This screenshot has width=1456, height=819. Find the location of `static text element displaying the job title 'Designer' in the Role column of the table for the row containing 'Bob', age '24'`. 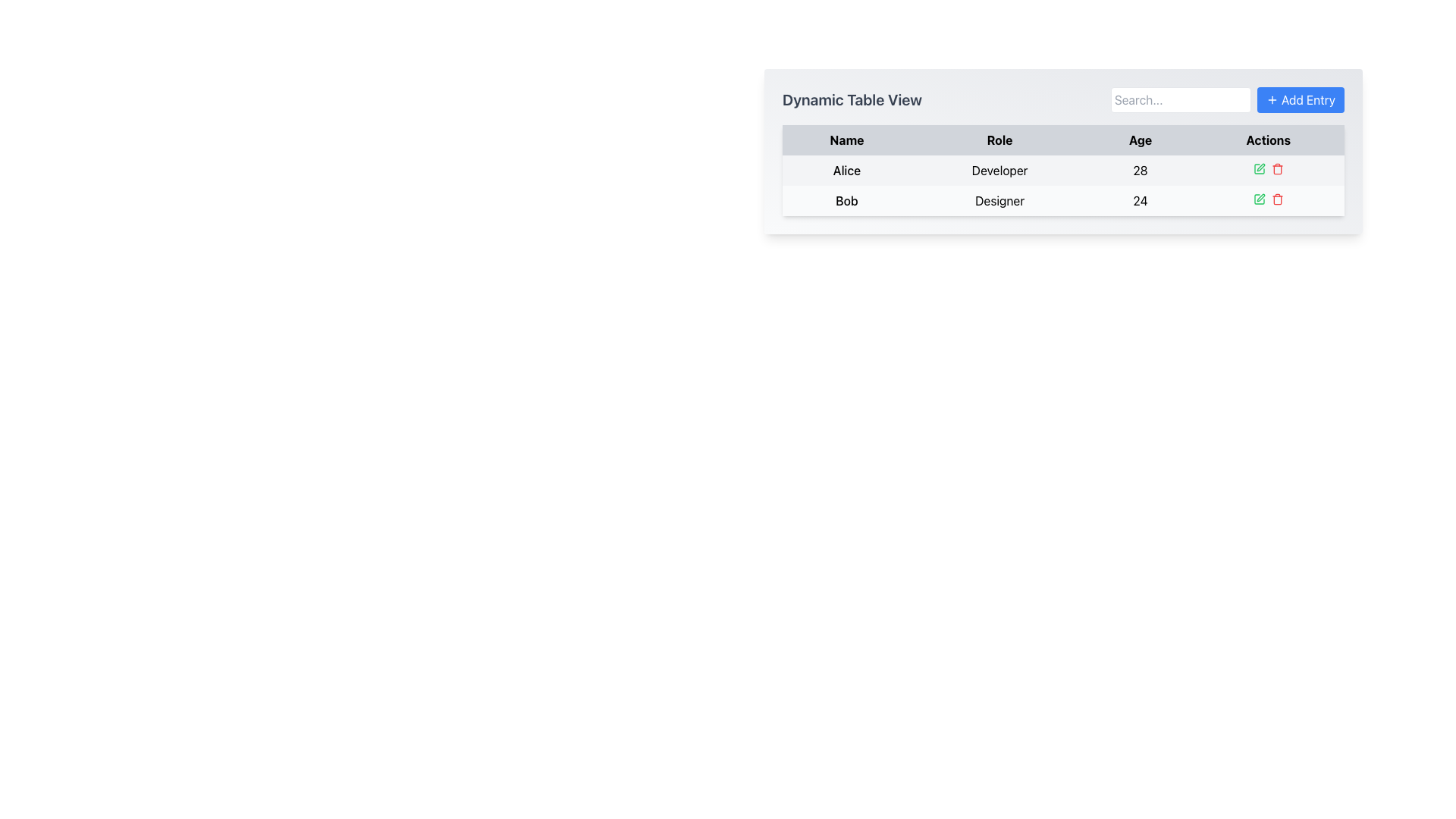

static text element displaying the job title 'Designer' in the Role column of the table for the row containing 'Bob', age '24' is located at coordinates (999, 200).